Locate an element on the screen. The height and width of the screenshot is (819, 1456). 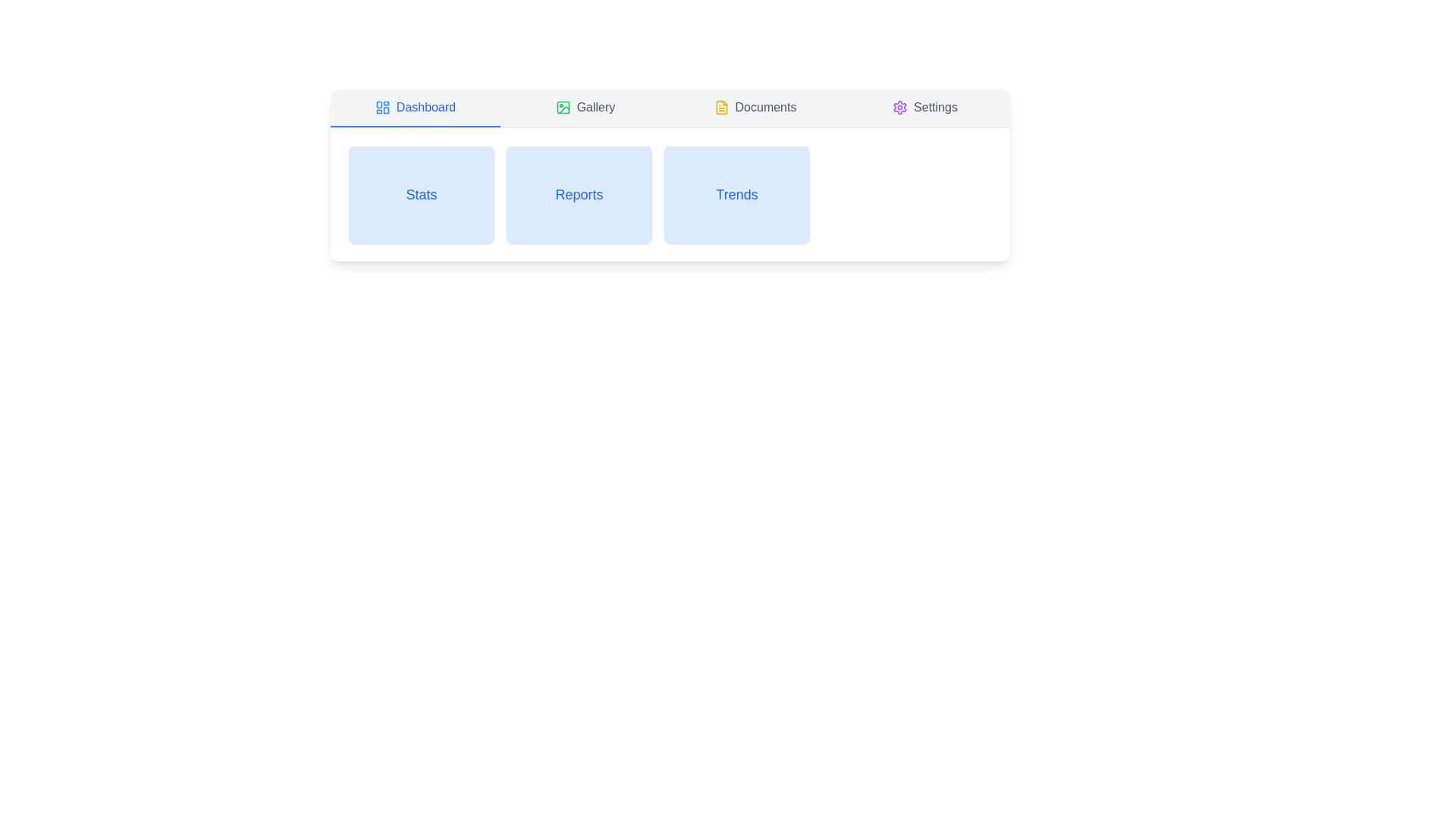
the yellow document icon located in the navigation bar, which is the largest component of the 'Documents' icon is located at coordinates (720, 107).